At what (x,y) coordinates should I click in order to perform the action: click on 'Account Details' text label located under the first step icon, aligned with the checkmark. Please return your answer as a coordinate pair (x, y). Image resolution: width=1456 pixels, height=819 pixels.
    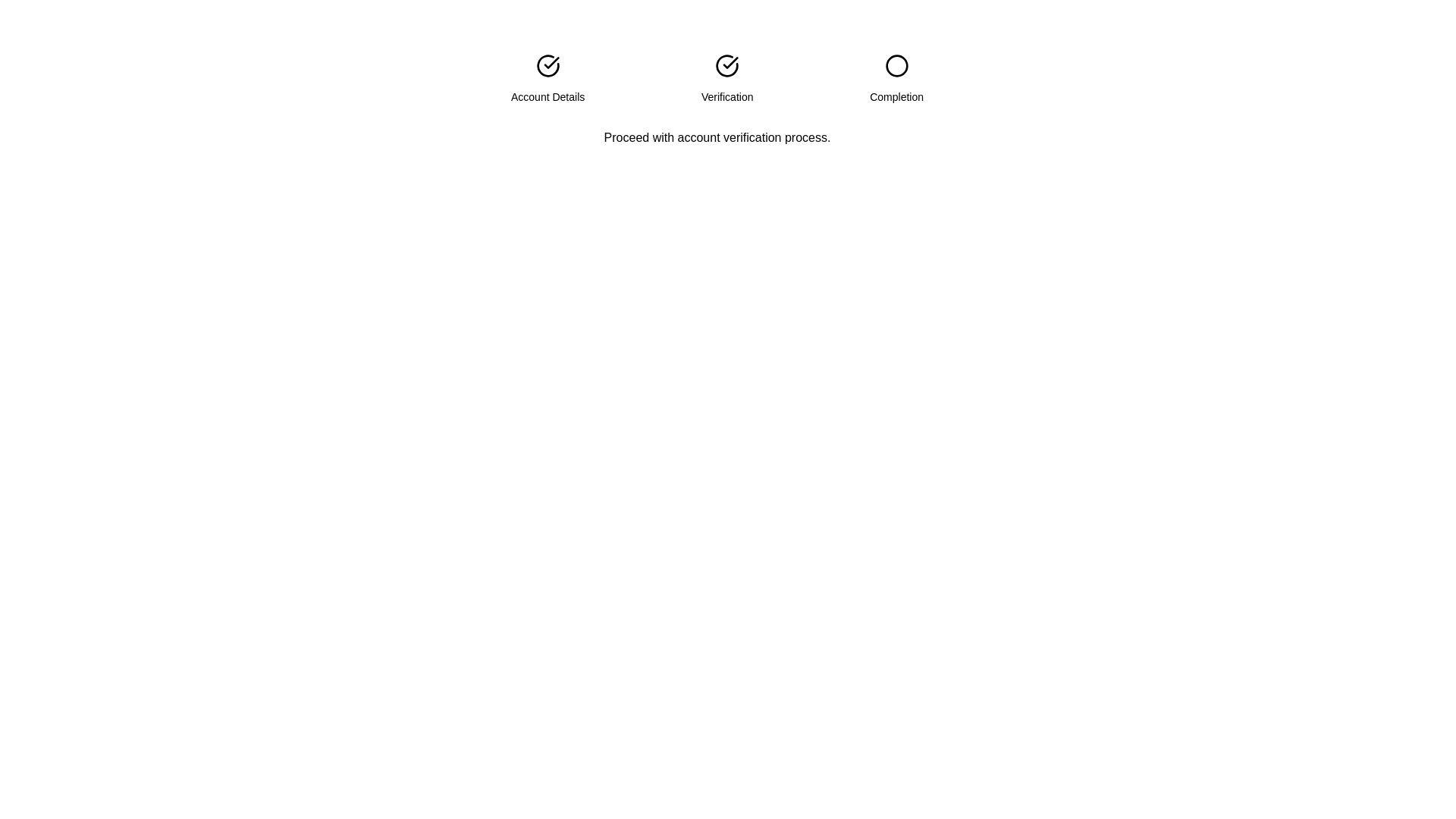
    Looking at the image, I should click on (547, 96).